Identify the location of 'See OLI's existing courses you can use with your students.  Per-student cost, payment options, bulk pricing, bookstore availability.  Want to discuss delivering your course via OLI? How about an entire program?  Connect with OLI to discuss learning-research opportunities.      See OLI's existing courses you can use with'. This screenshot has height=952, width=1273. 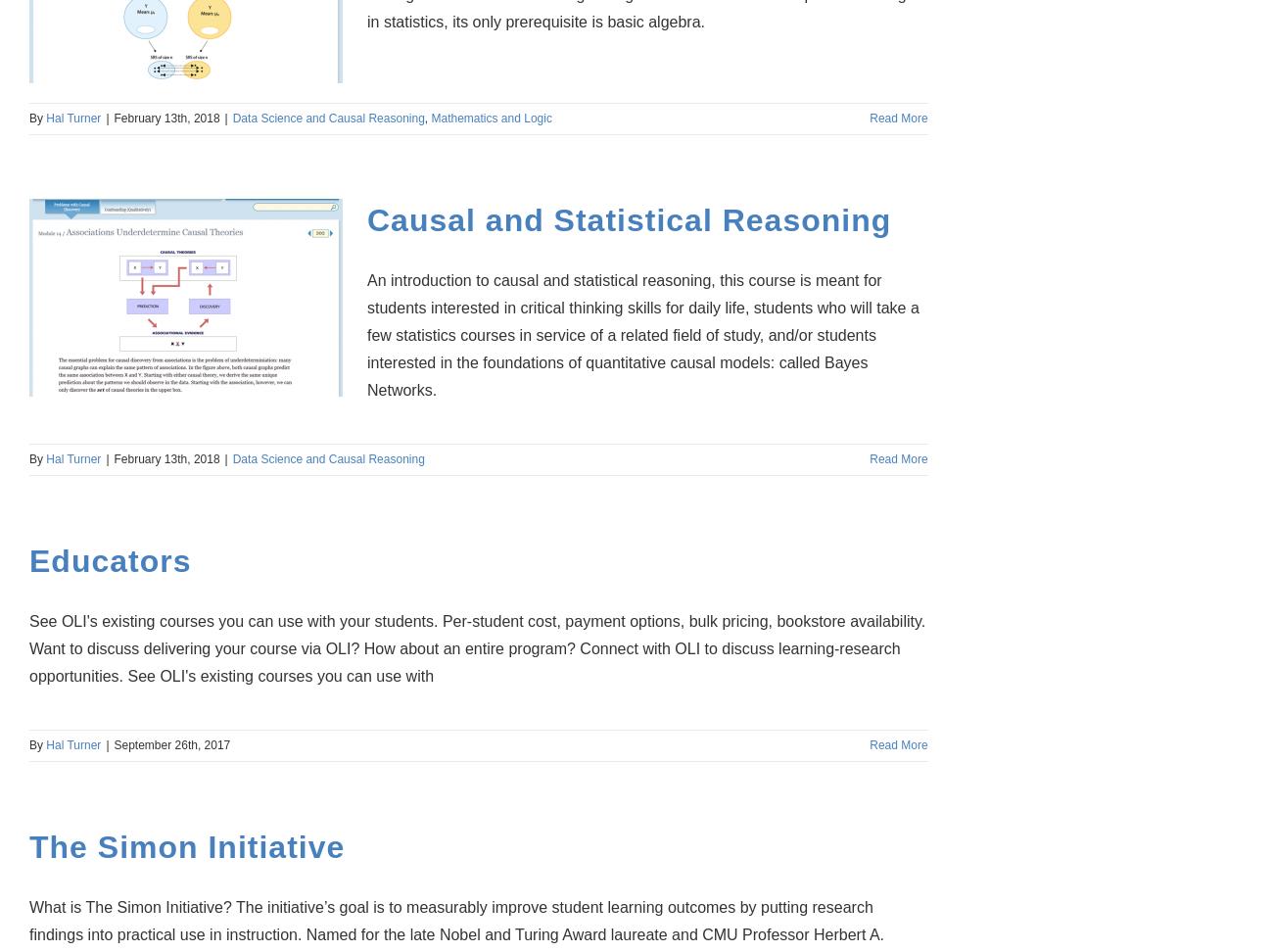
(476, 647).